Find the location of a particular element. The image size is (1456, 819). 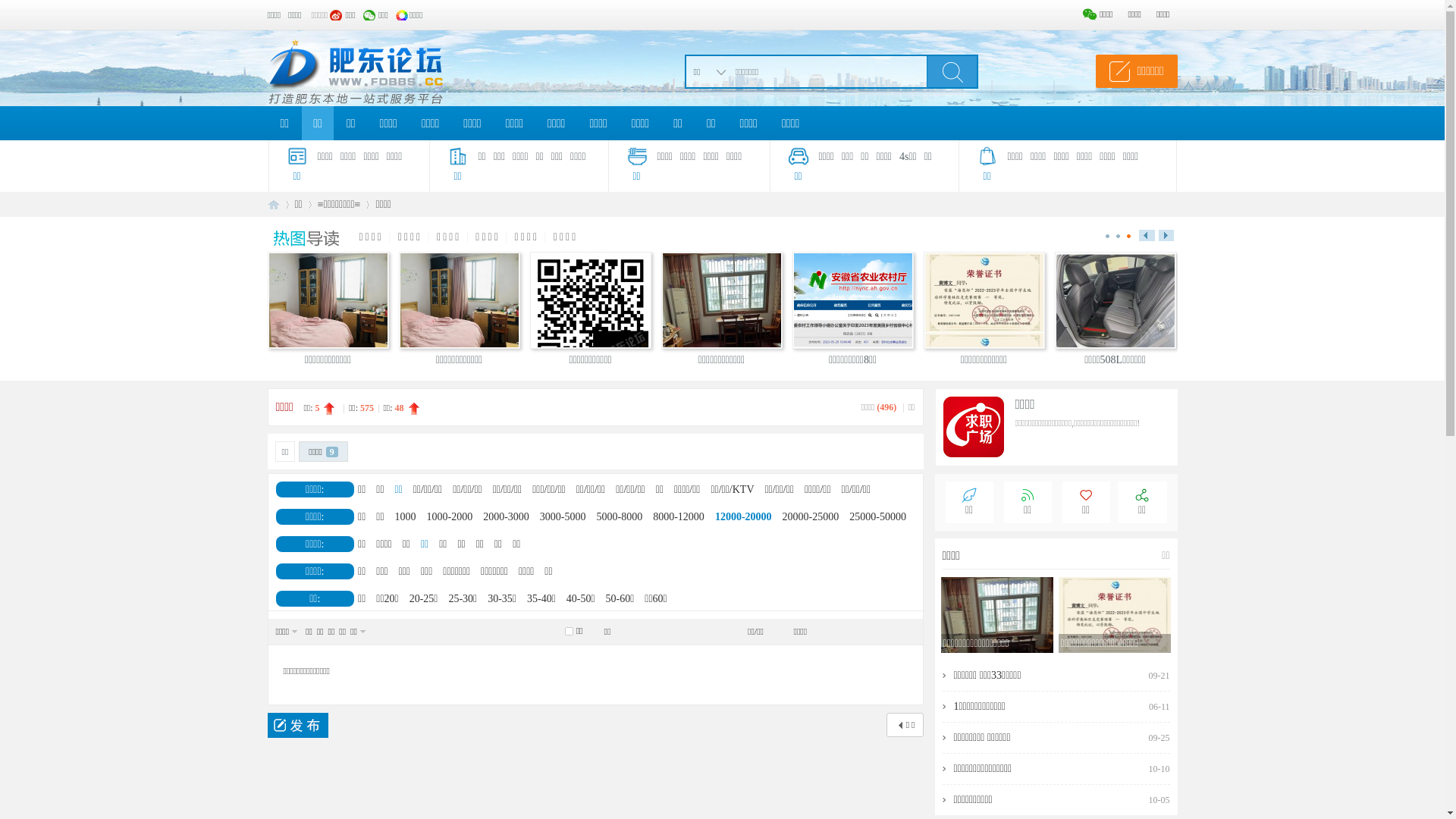

'1000-2000' is located at coordinates (449, 516).